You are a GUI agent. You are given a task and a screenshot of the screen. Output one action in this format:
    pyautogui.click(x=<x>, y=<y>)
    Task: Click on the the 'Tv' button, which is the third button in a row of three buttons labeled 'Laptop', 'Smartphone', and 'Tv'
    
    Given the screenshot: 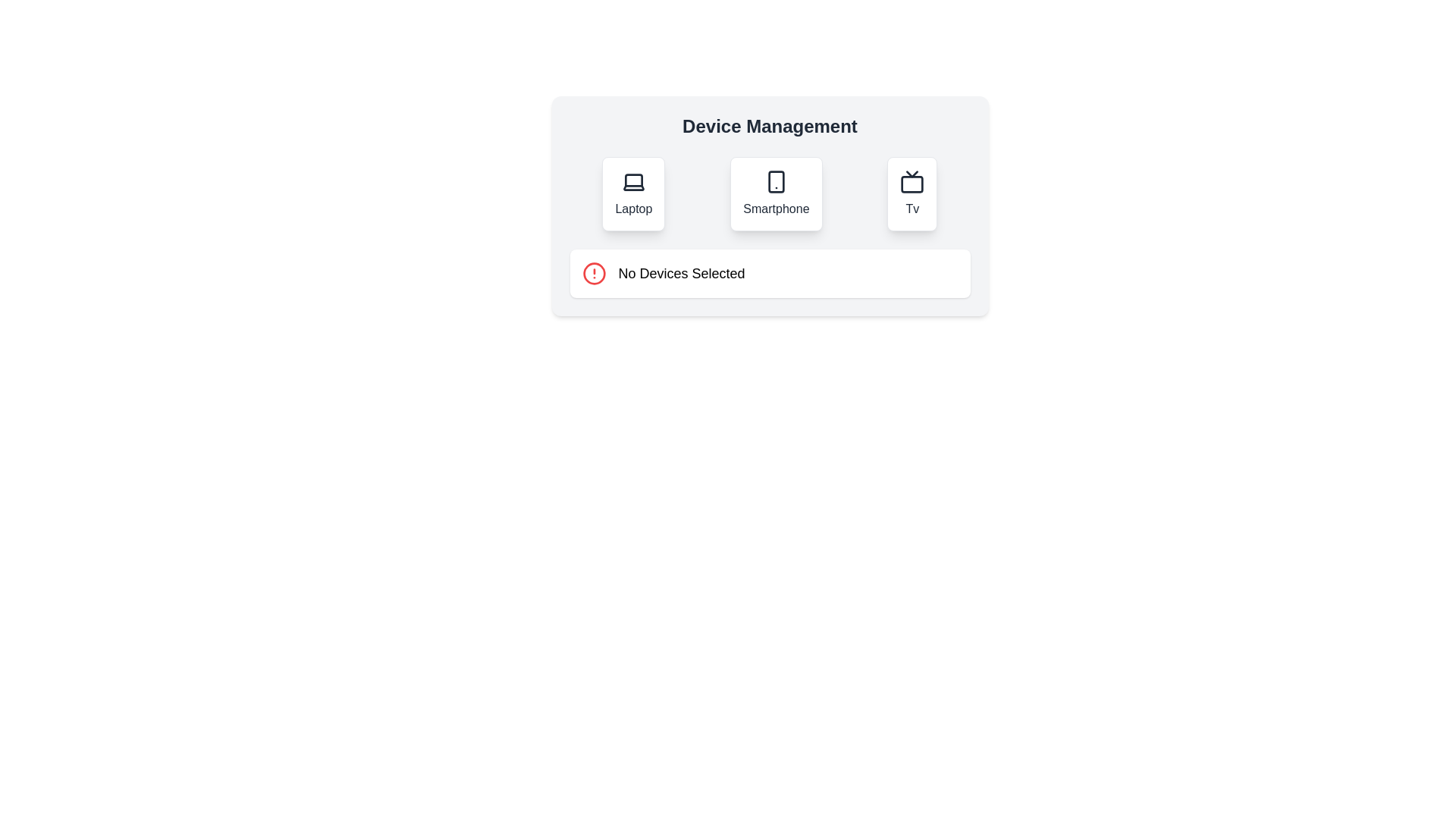 What is the action you would take?
    pyautogui.click(x=912, y=193)
    